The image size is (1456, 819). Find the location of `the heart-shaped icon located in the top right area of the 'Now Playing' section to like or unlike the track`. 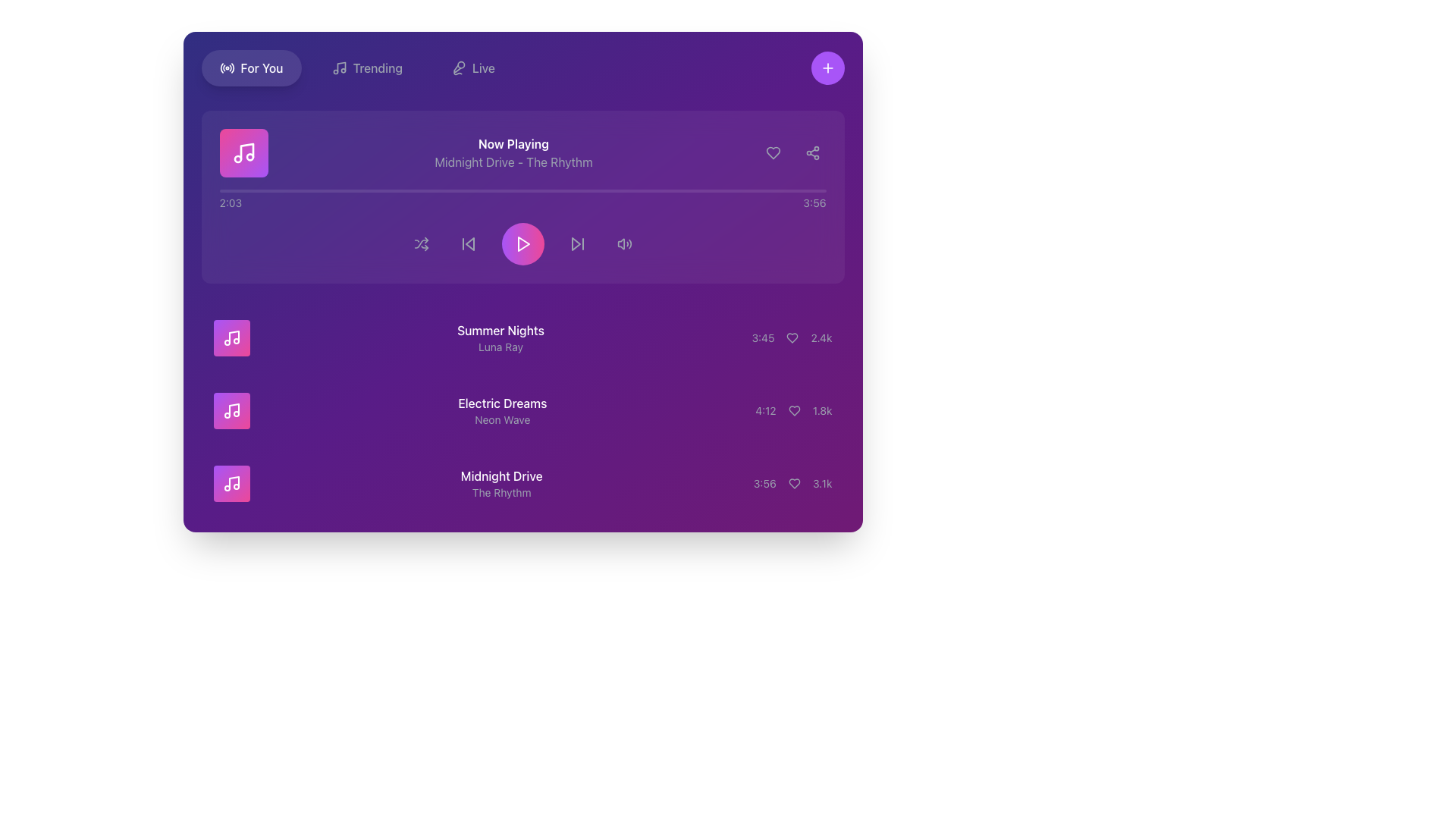

the heart-shaped icon located in the top right area of the 'Now Playing' section to like or unlike the track is located at coordinates (773, 152).